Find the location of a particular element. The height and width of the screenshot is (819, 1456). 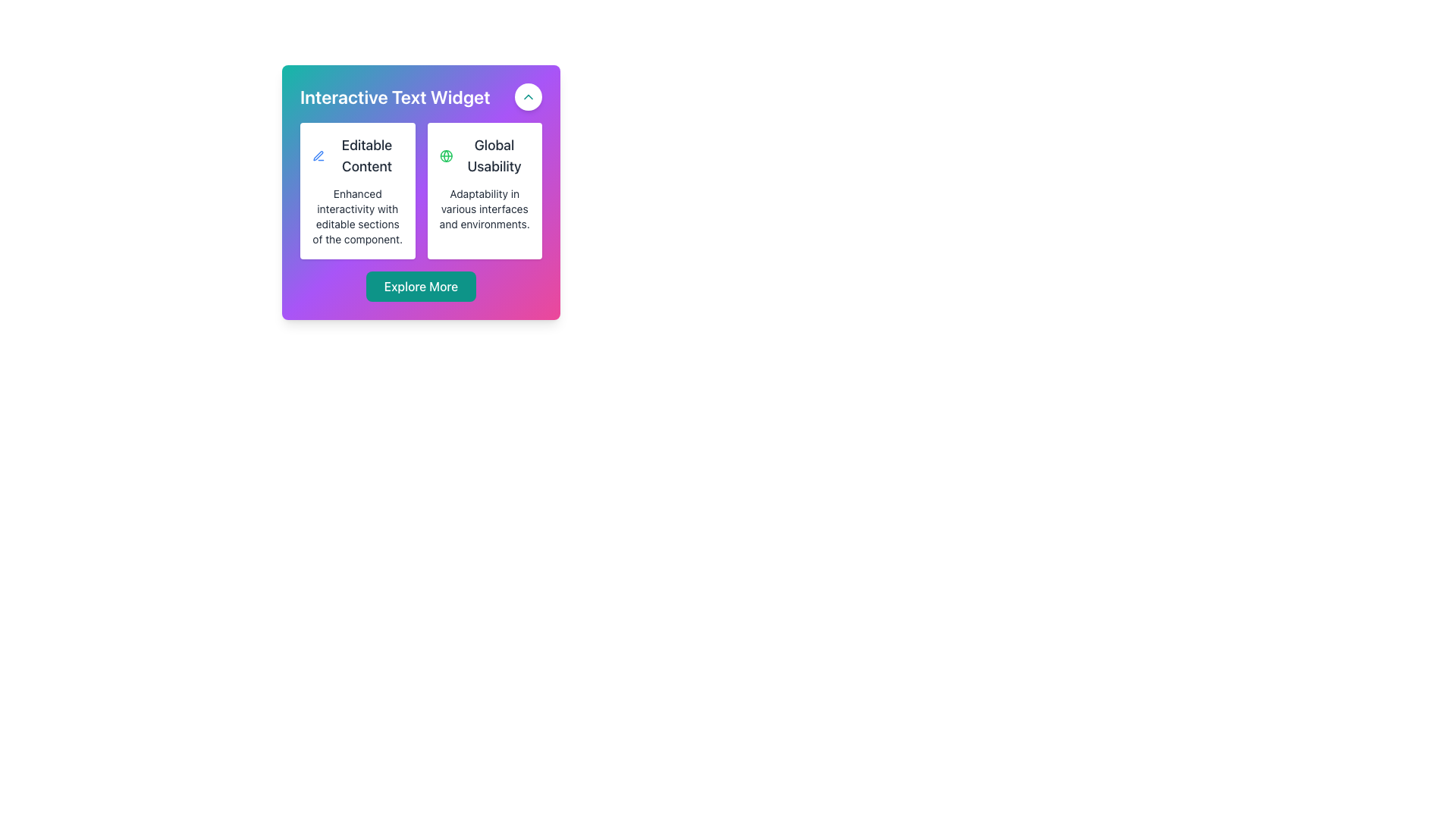

the 'Editable Content' label with the blue pen icon located in the first card of the layout by moving the cursor to its center is located at coordinates (356, 155).